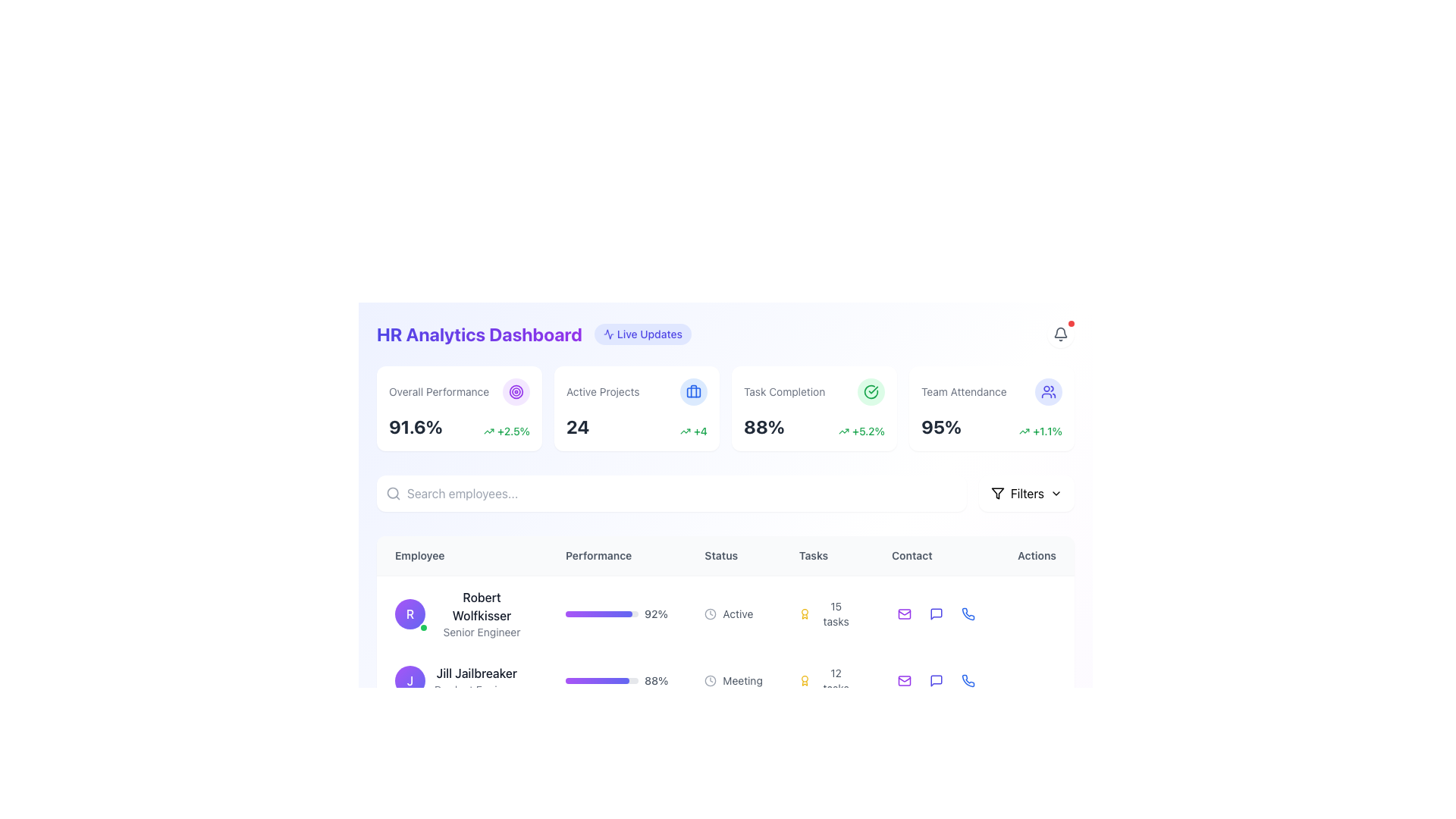 This screenshot has height=819, width=1456. Describe the element at coordinates (617, 614) in the screenshot. I see `the progress bar displaying '92%' associated with employee 'Robert Wolfkisser' in the Performance column of the table` at that location.